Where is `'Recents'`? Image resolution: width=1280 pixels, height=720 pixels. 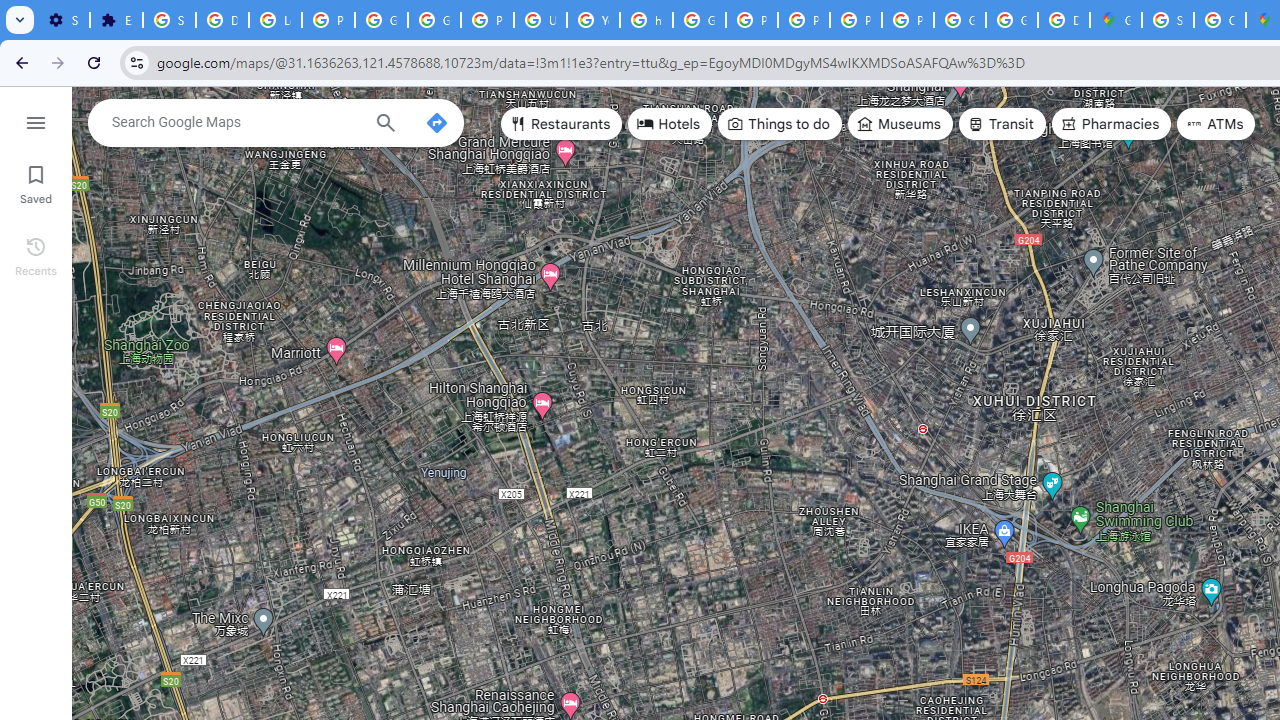
'Recents' is located at coordinates (35, 253).